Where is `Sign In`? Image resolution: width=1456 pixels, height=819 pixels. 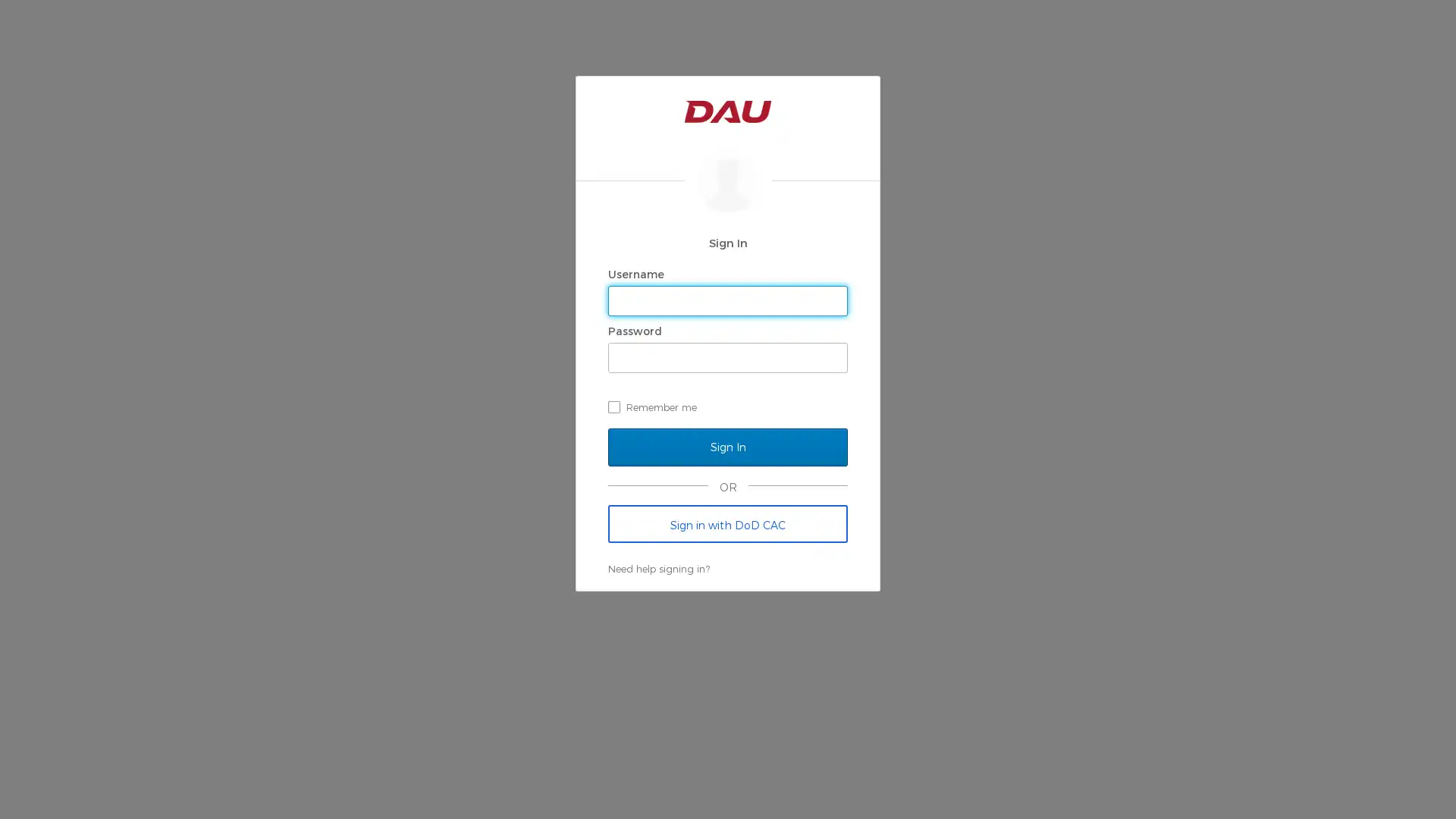 Sign In is located at coordinates (728, 446).